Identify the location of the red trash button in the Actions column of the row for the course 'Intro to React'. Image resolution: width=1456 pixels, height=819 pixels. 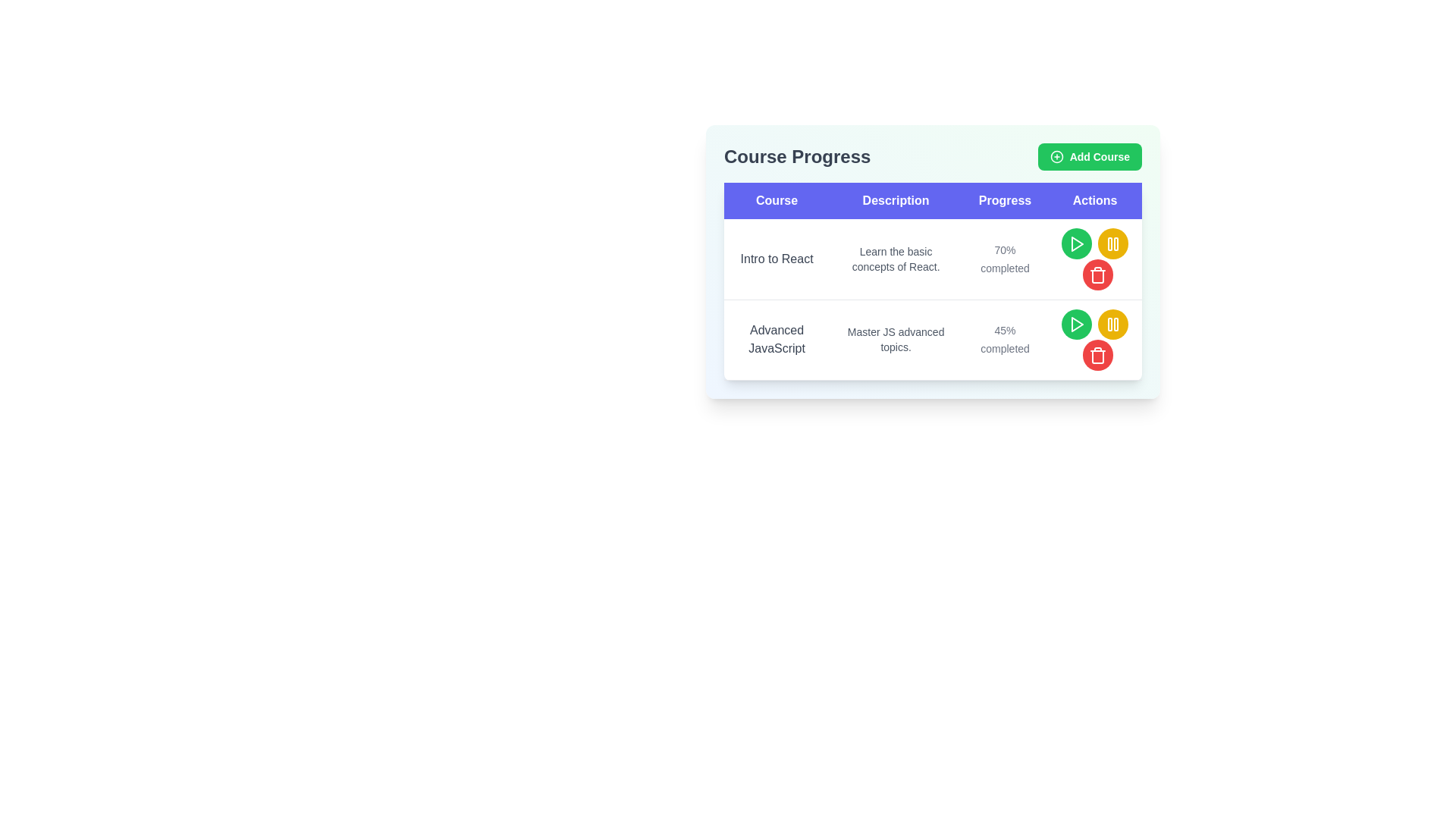
(1095, 259).